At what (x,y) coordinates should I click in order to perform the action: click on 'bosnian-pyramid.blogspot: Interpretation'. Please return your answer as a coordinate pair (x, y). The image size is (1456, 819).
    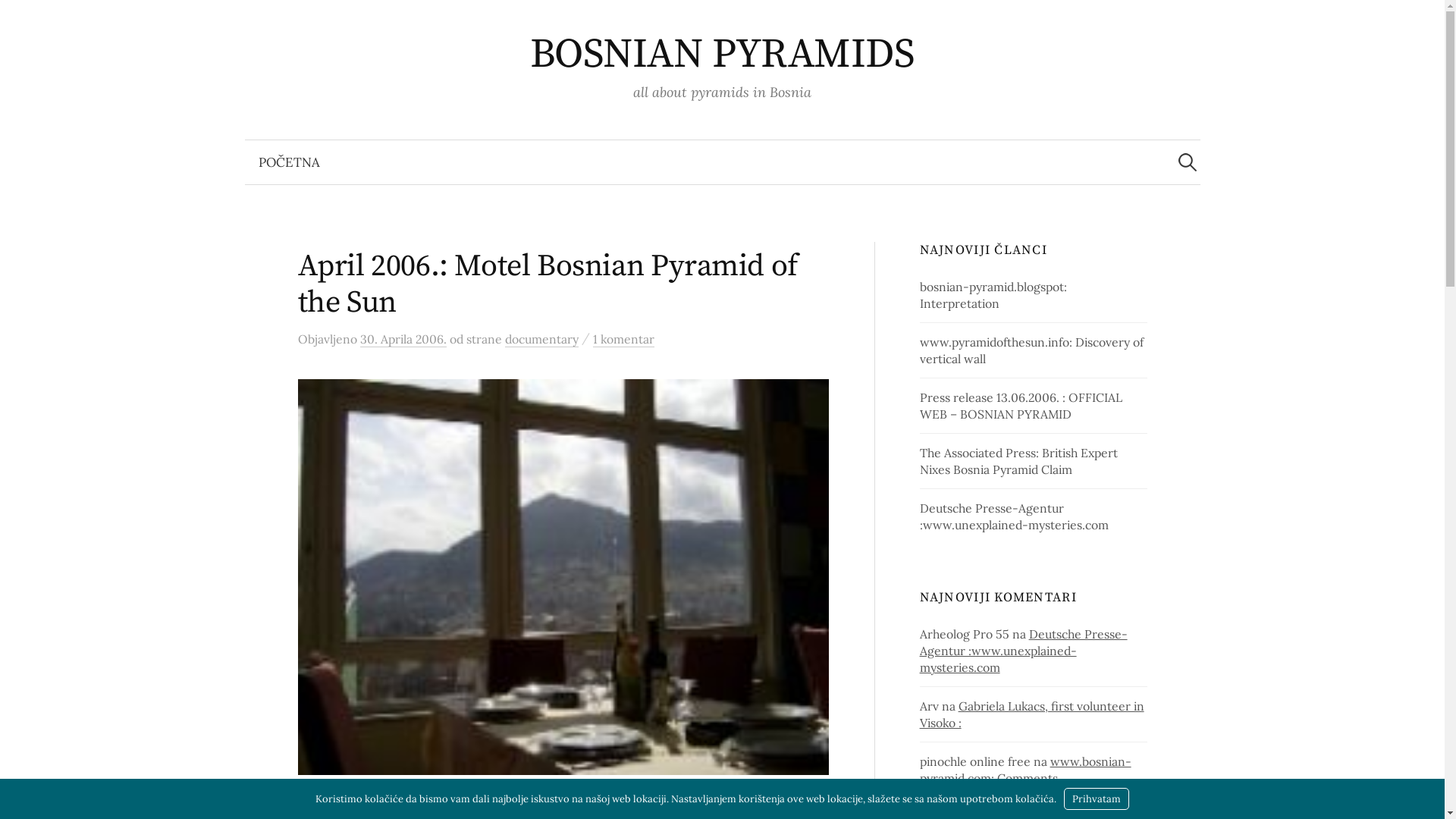
    Looking at the image, I should click on (993, 295).